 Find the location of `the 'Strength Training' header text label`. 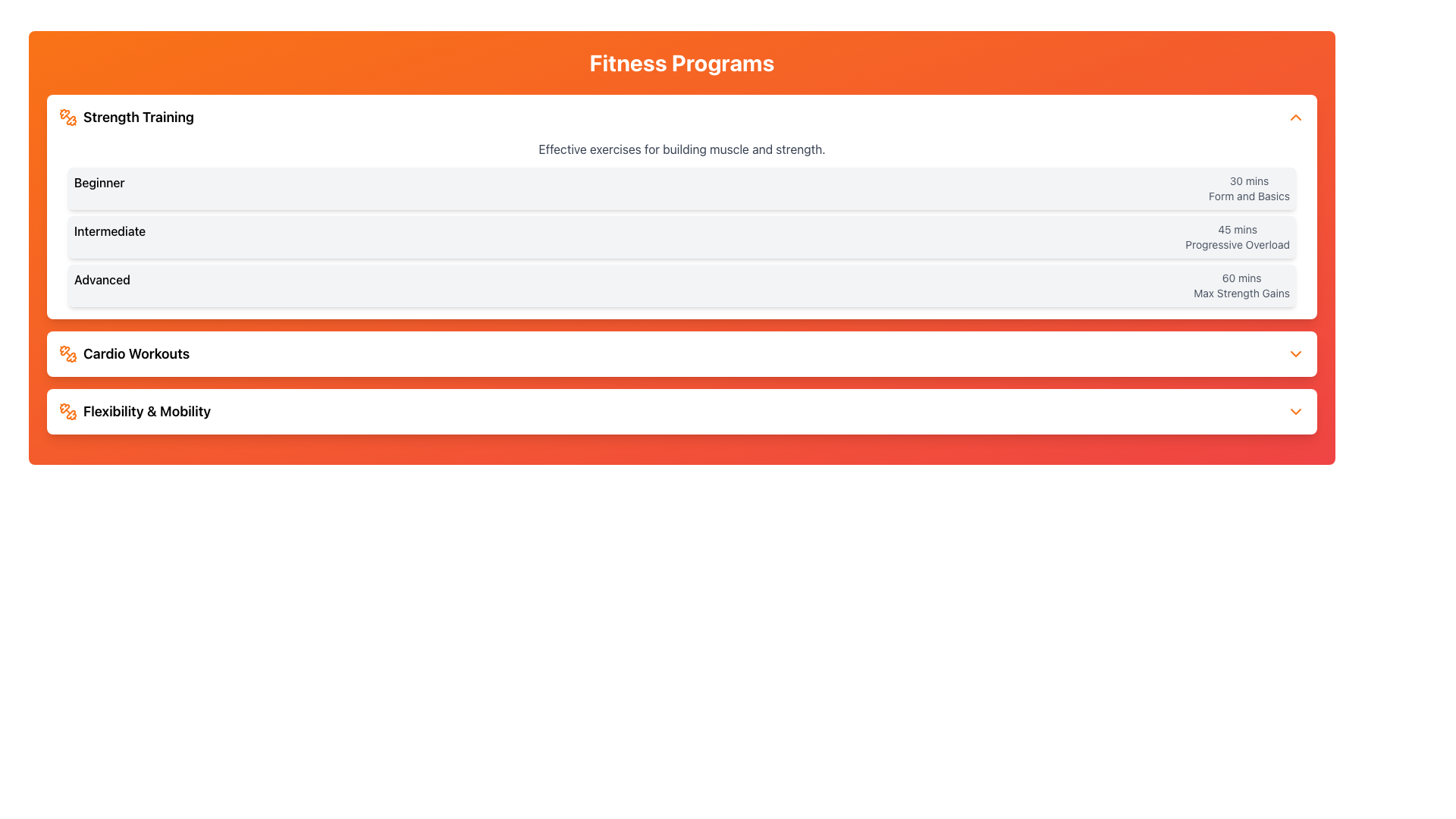

the 'Strength Training' header text label is located at coordinates (138, 116).